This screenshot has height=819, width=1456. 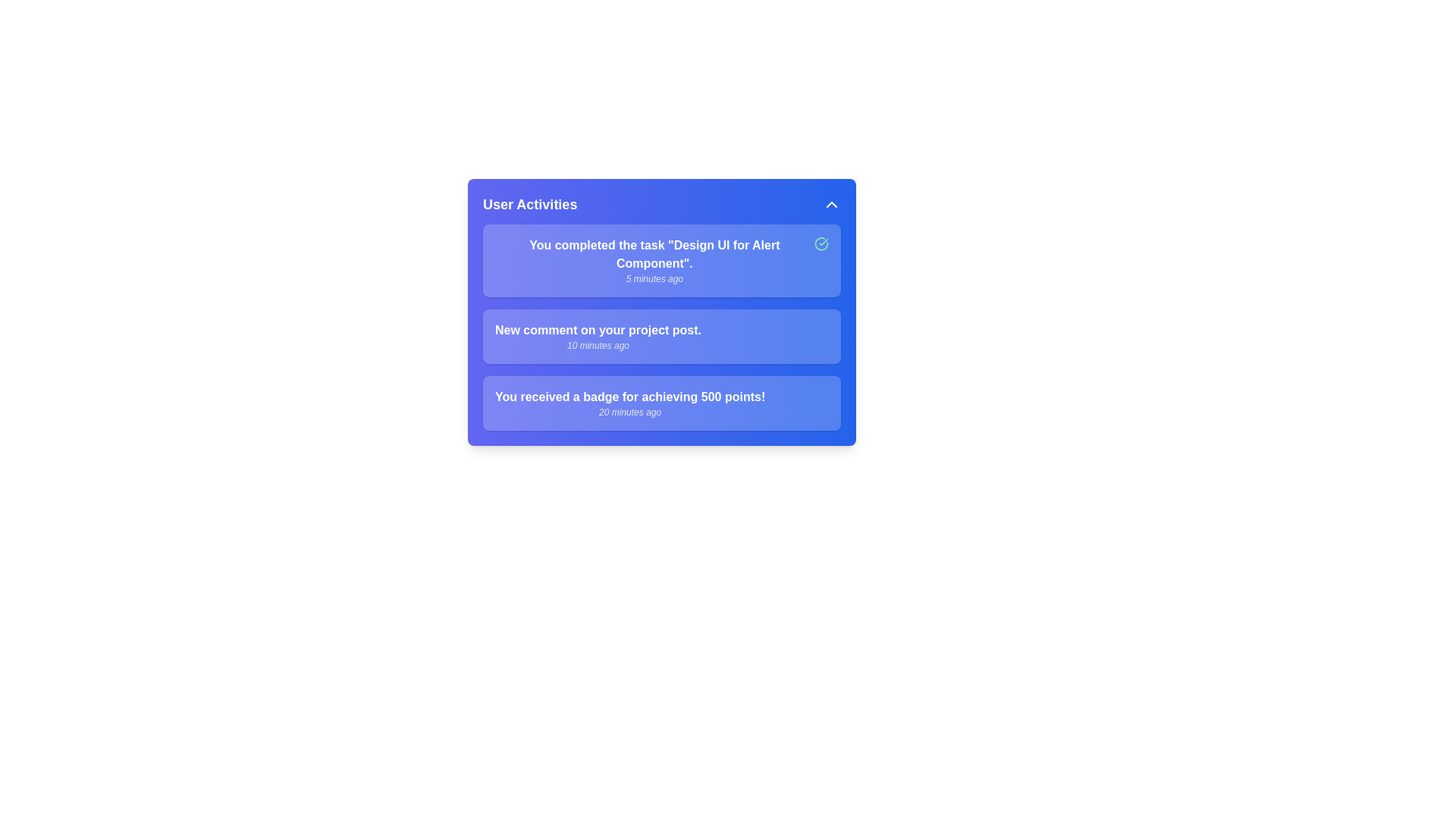 I want to click on notification text block that displays 'You completed the task "Design UI for Alert Component."' and '5 minutes ago,' located in the 'User Activities' panel at the top of the notification list, so click(x=654, y=259).